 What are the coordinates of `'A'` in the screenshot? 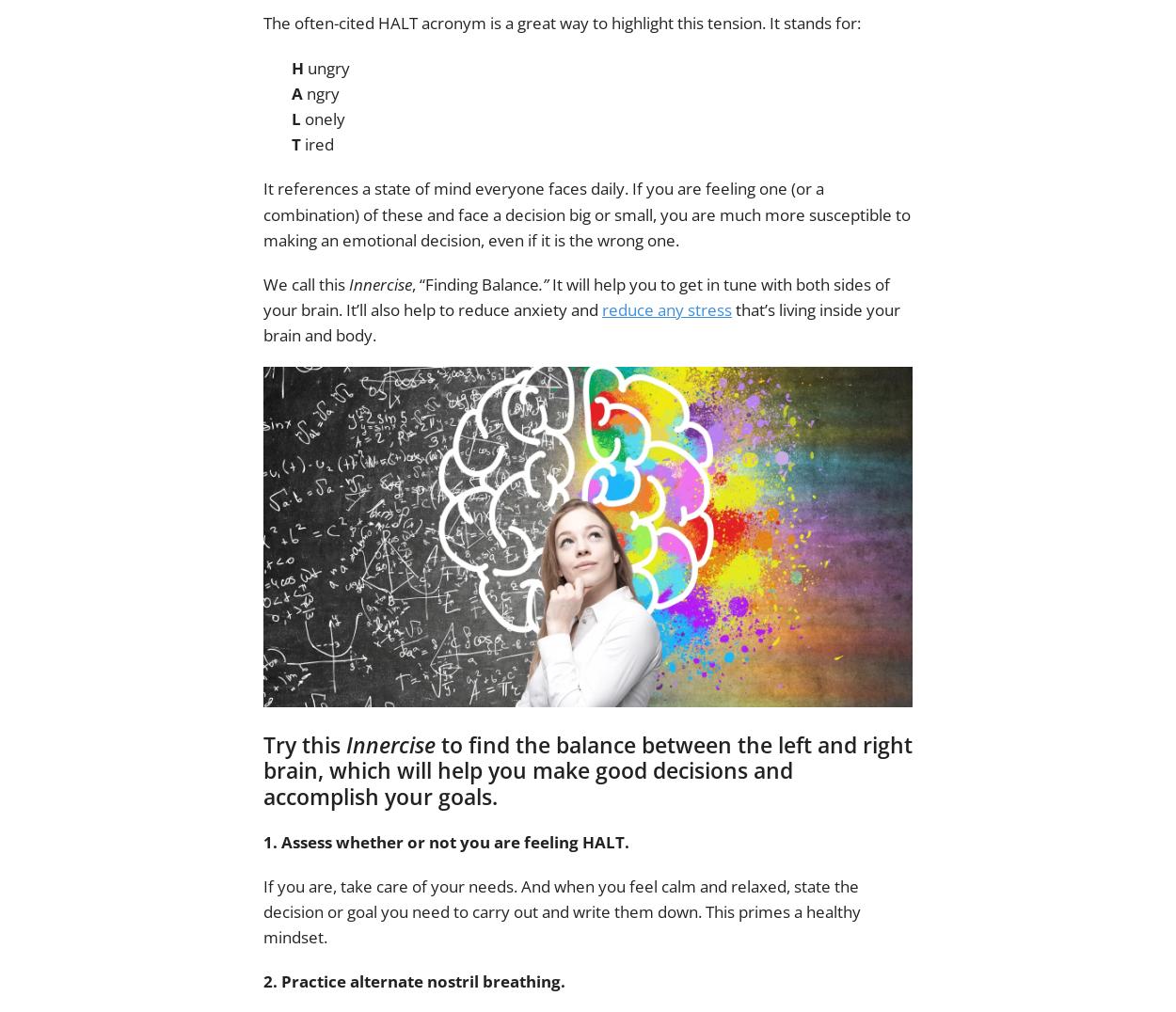 It's located at (296, 91).